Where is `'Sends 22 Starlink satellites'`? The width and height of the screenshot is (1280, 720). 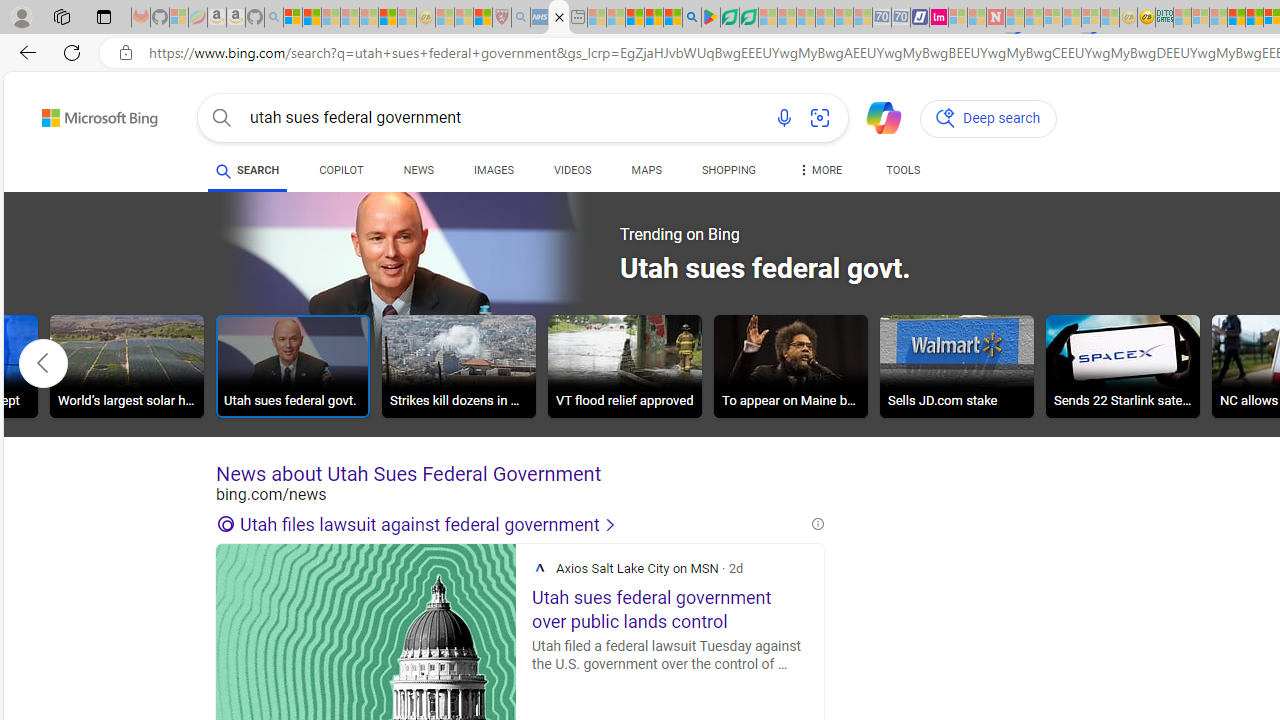
'Sends 22 Starlink satellites' is located at coordinates (1123, 369).